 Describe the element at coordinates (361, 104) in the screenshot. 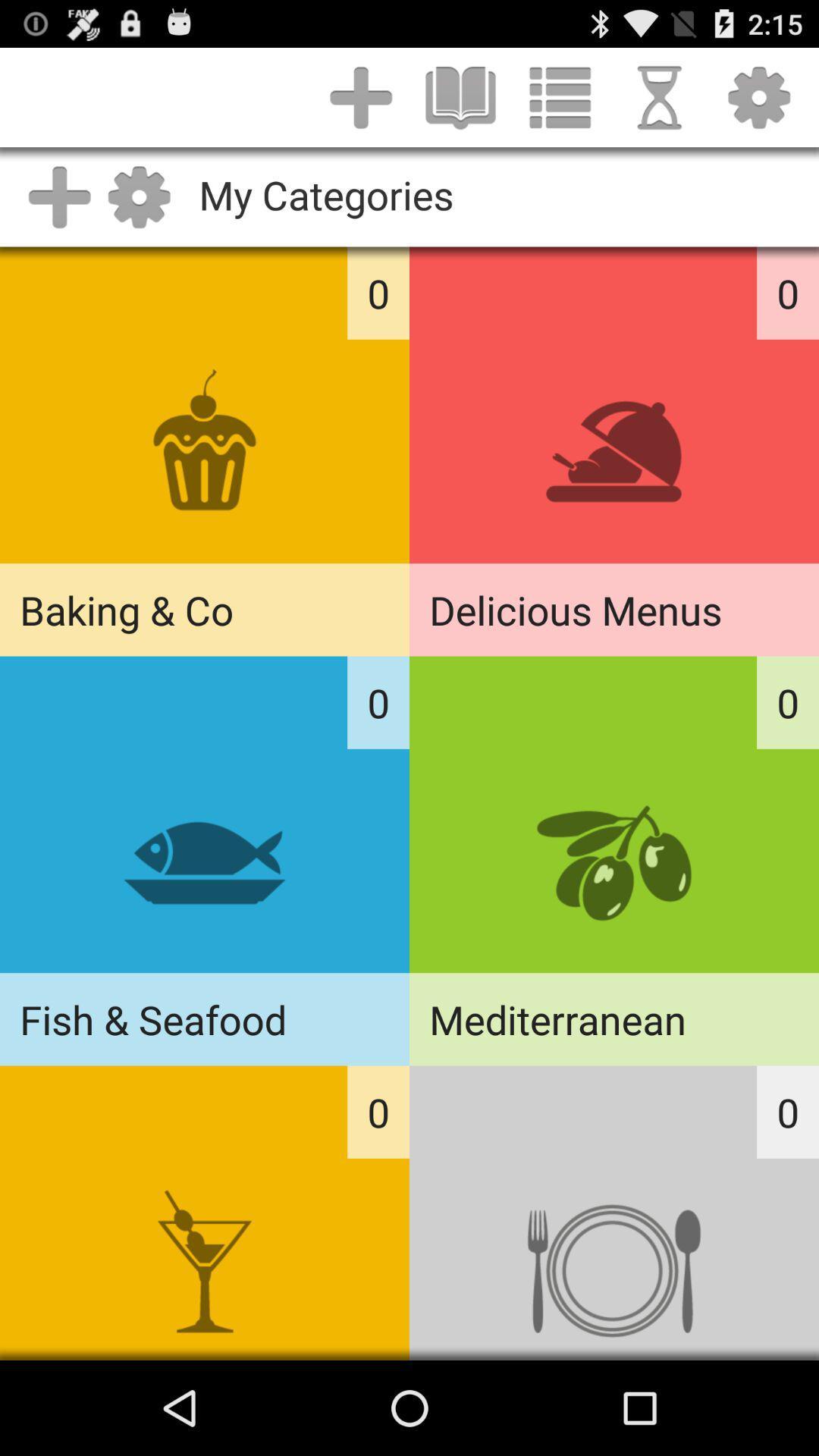

I see `the add icon` at that location.